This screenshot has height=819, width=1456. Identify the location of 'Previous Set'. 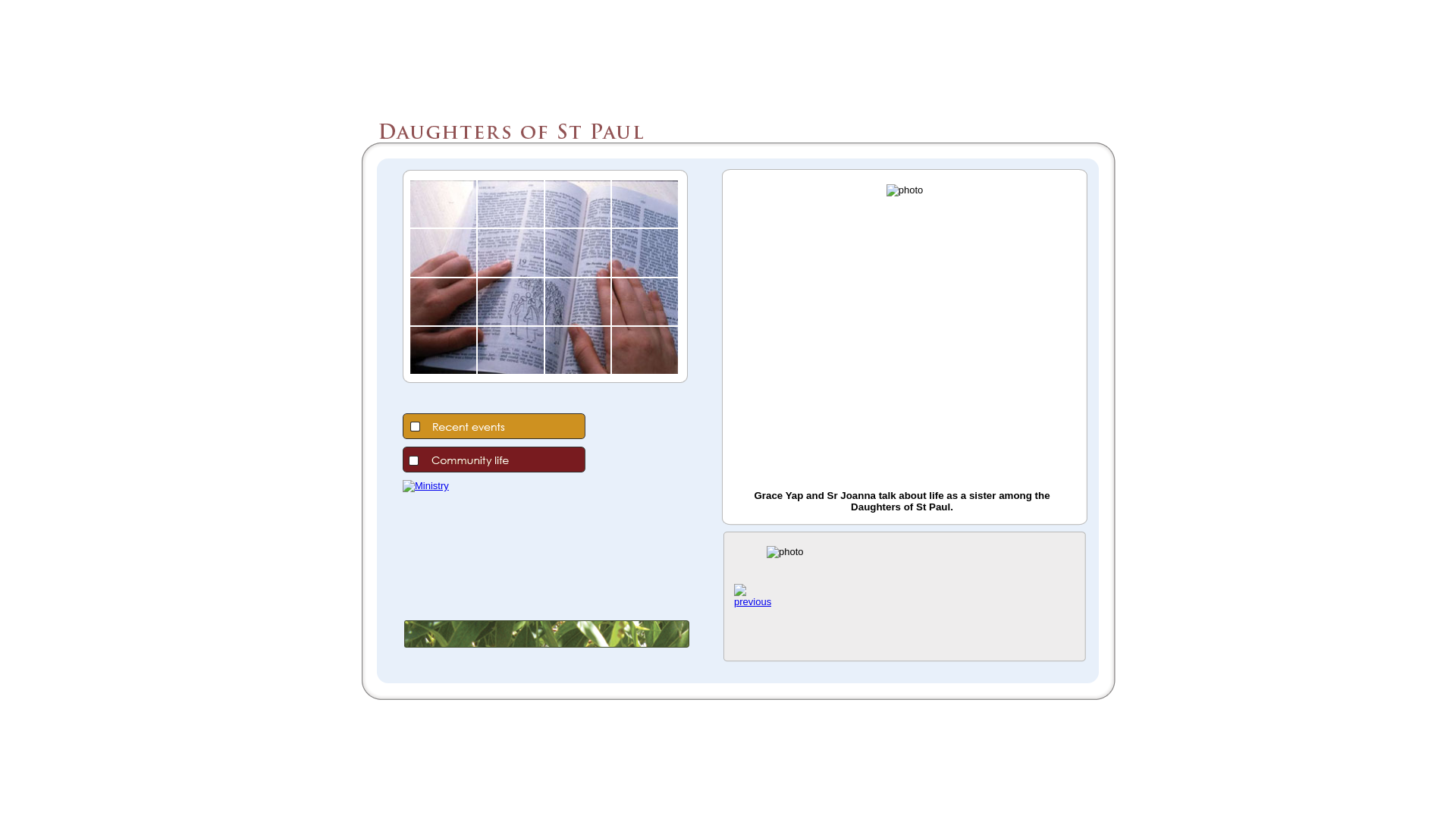
(752, 601).